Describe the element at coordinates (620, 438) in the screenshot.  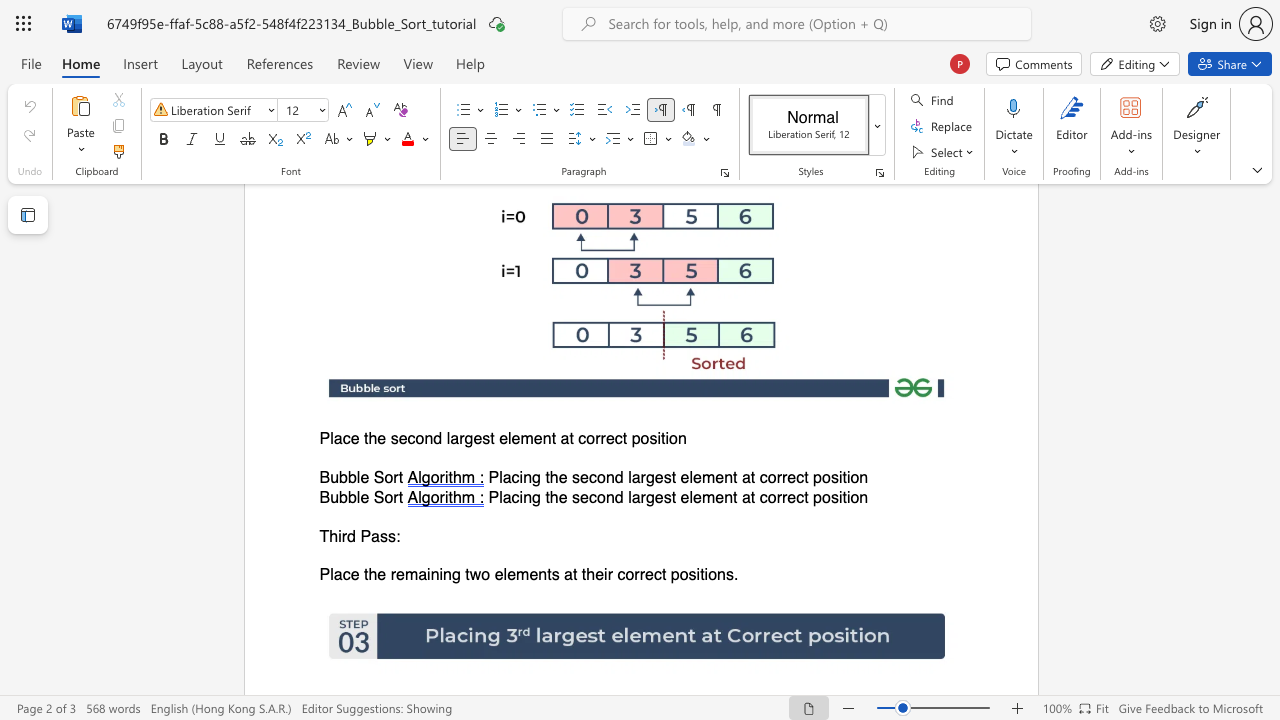
I see `the space between the continuous character "c" and "t" in the text` at that location.